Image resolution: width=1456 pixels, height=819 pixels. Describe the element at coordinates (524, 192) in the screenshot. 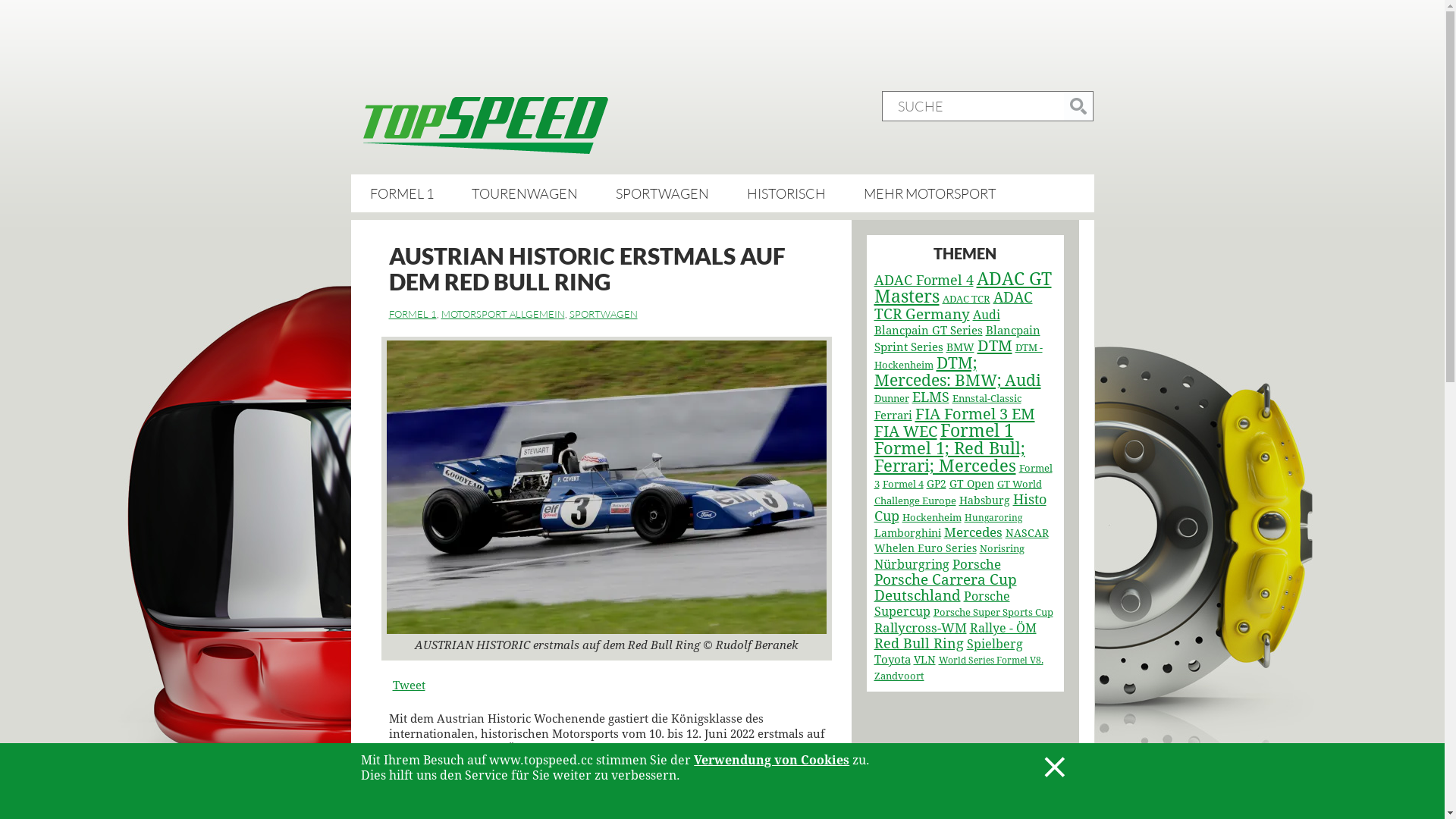

I see `'TOURENWAGEN'` at that location.